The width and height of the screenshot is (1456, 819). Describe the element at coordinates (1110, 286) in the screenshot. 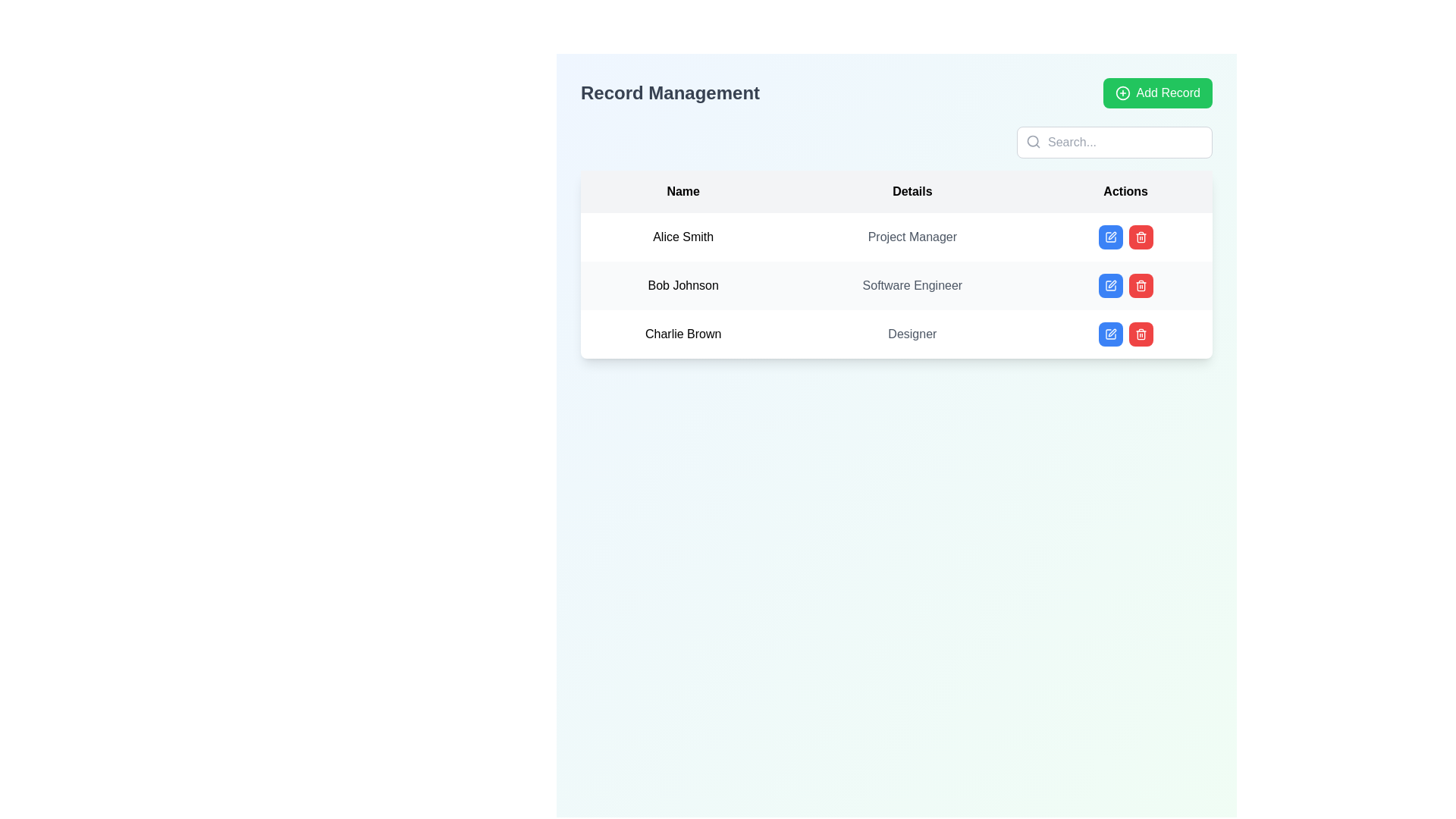

I see `the edit icon, which is a pen-like graphic with a blue background and white outline, located in the second row of the 'Actions' column in the table` at that location.